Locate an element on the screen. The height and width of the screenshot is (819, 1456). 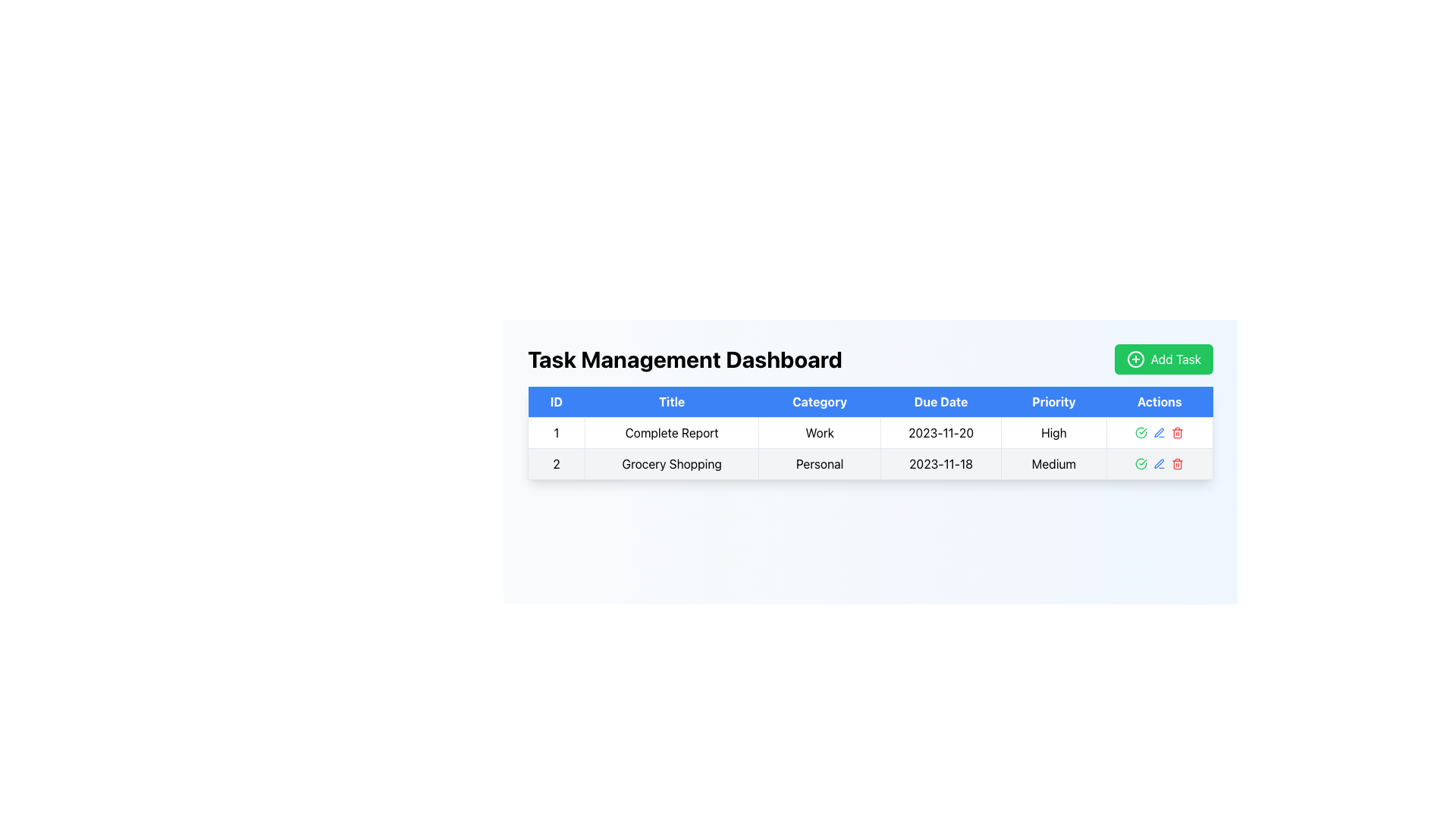
the 'Complete Report' text label located in the second cell of the first row under the 'Title' column for additional actions is located at coordinates (671, 432).